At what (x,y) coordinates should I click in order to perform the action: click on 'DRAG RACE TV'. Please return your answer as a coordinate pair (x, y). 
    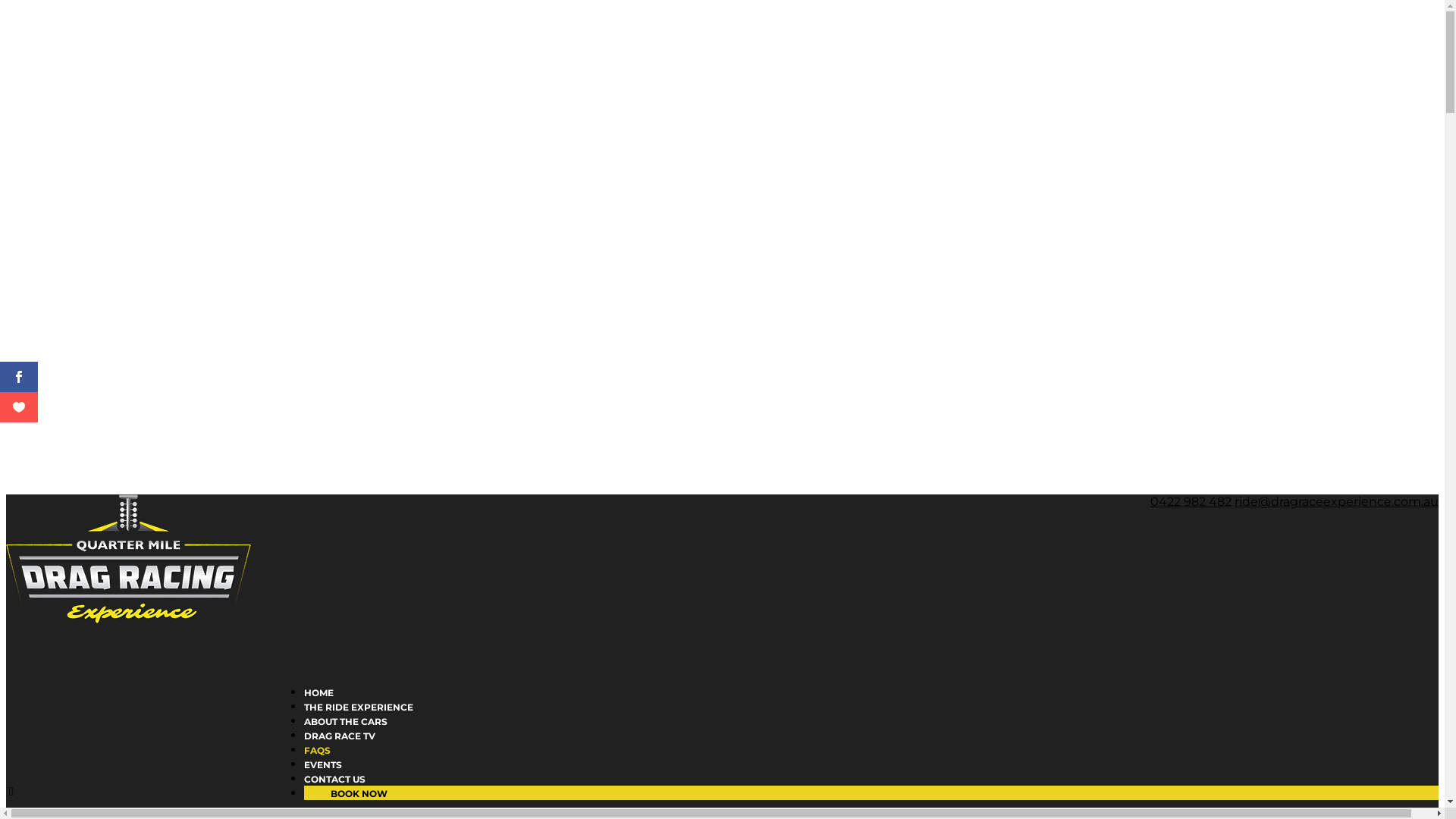
    Looking at the image, I should click on (338, 758).